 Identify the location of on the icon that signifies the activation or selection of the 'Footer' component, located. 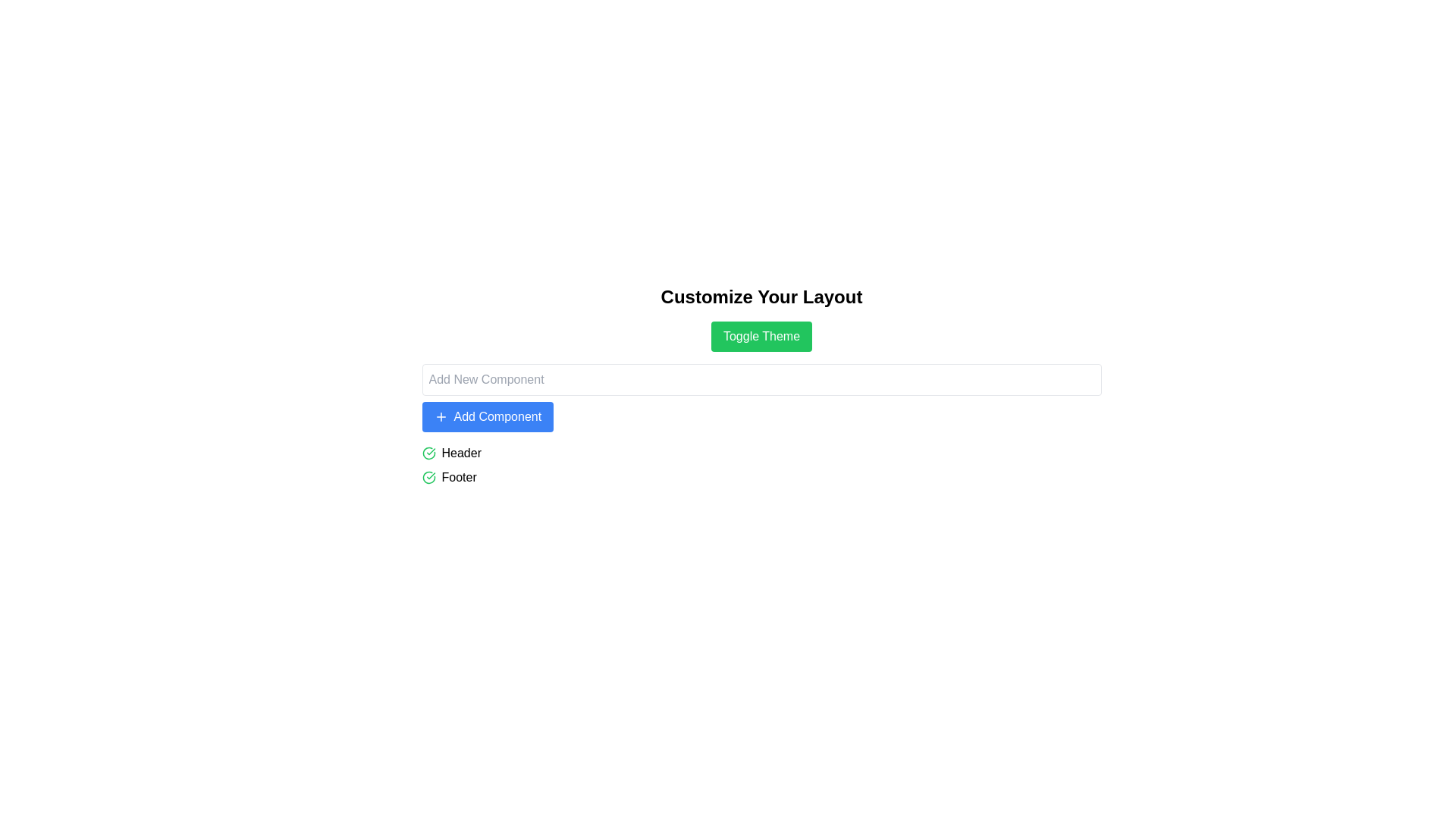
(428, 476).